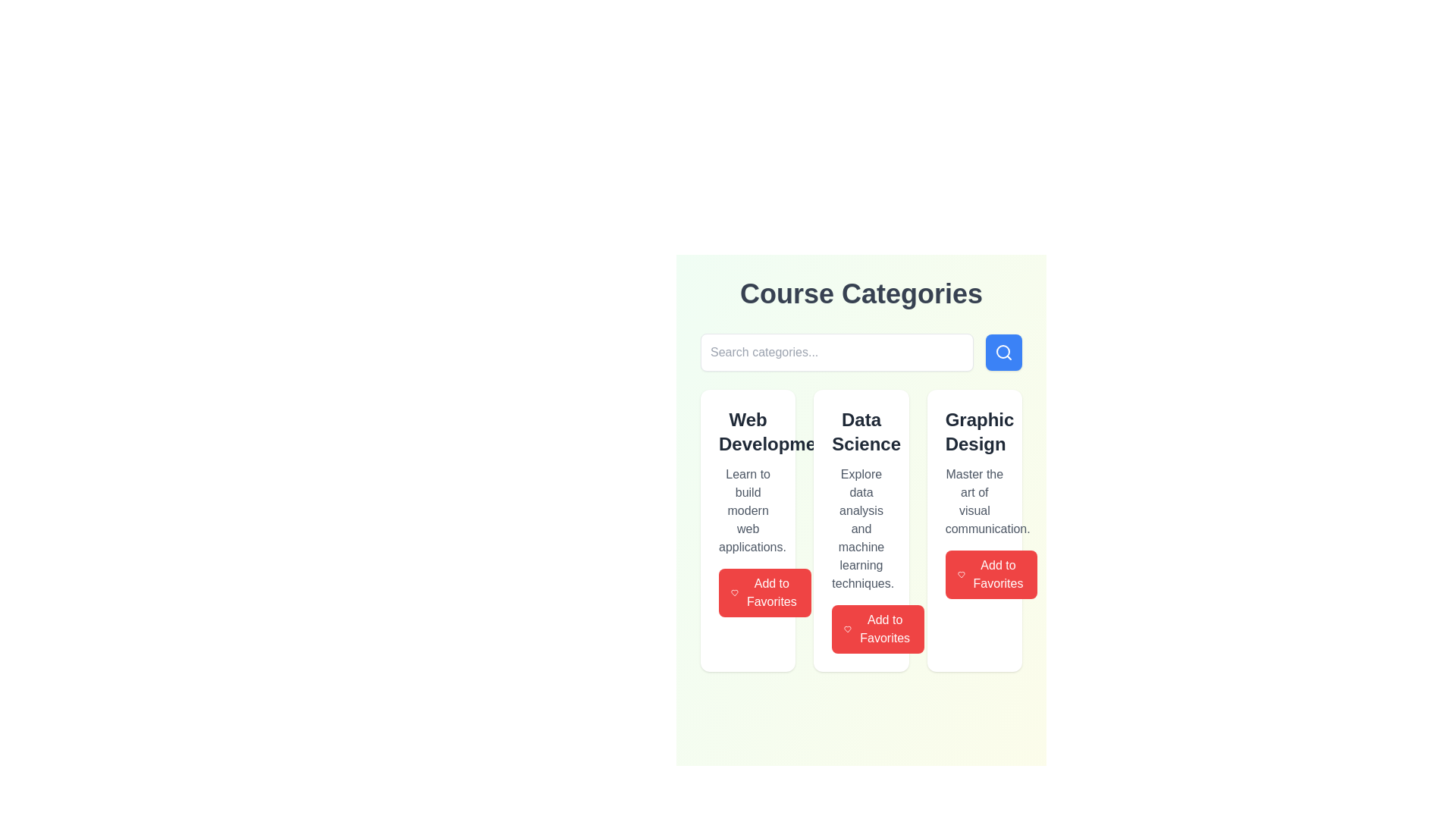 This screenshot has width=1456, height=819. Describe the element at coordinates (861, 529) in the screenshot. I see `description text located in the 'Data Science' card, which is the second card in the horizontal row of course categories, positioned beneath the 'Data Science' heading` at that location.